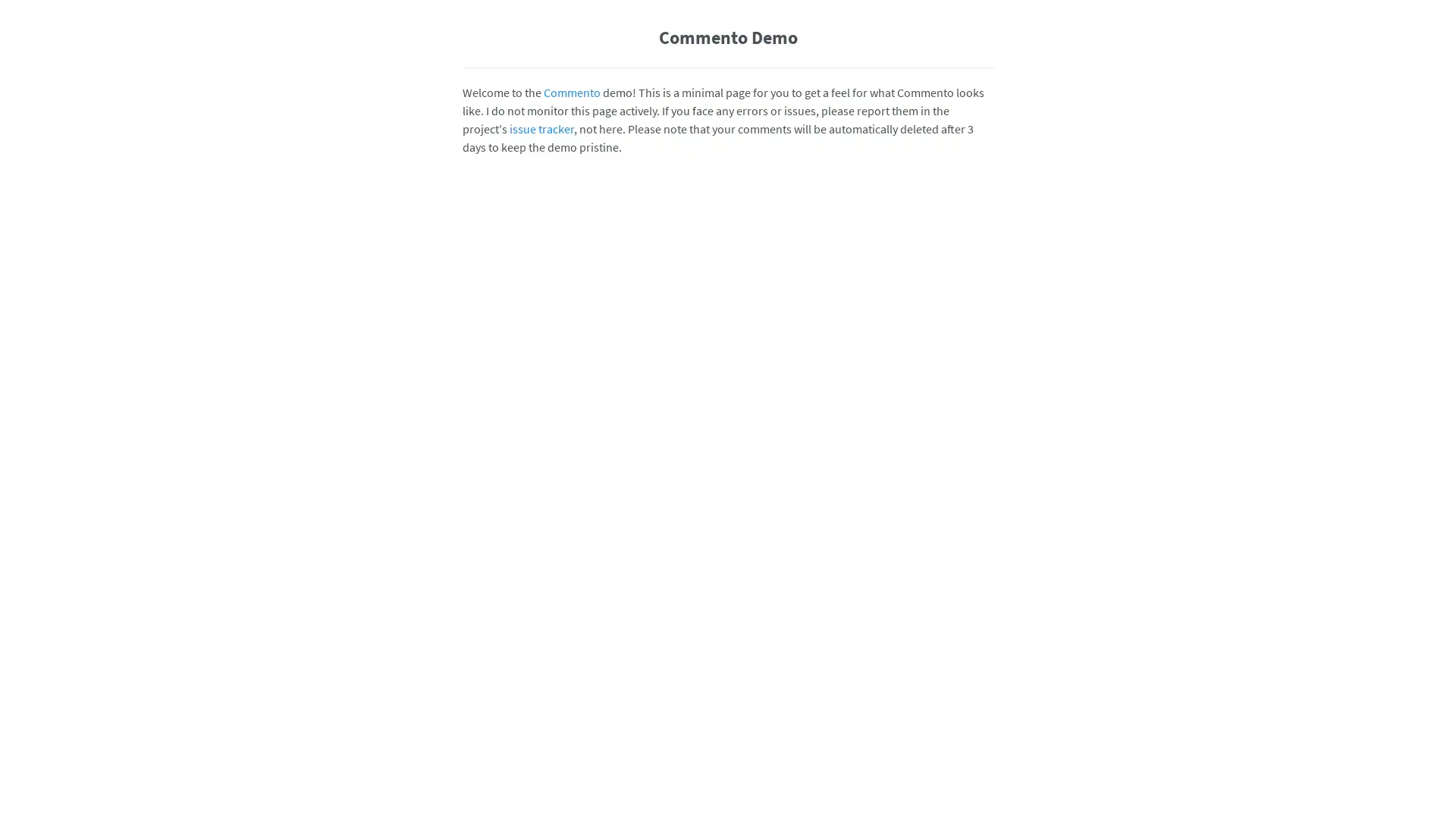 This screenshot has height=819, width=1456. Describe the element at coordinates (910, 625) in the screenshot. I see `Reply` at that location.